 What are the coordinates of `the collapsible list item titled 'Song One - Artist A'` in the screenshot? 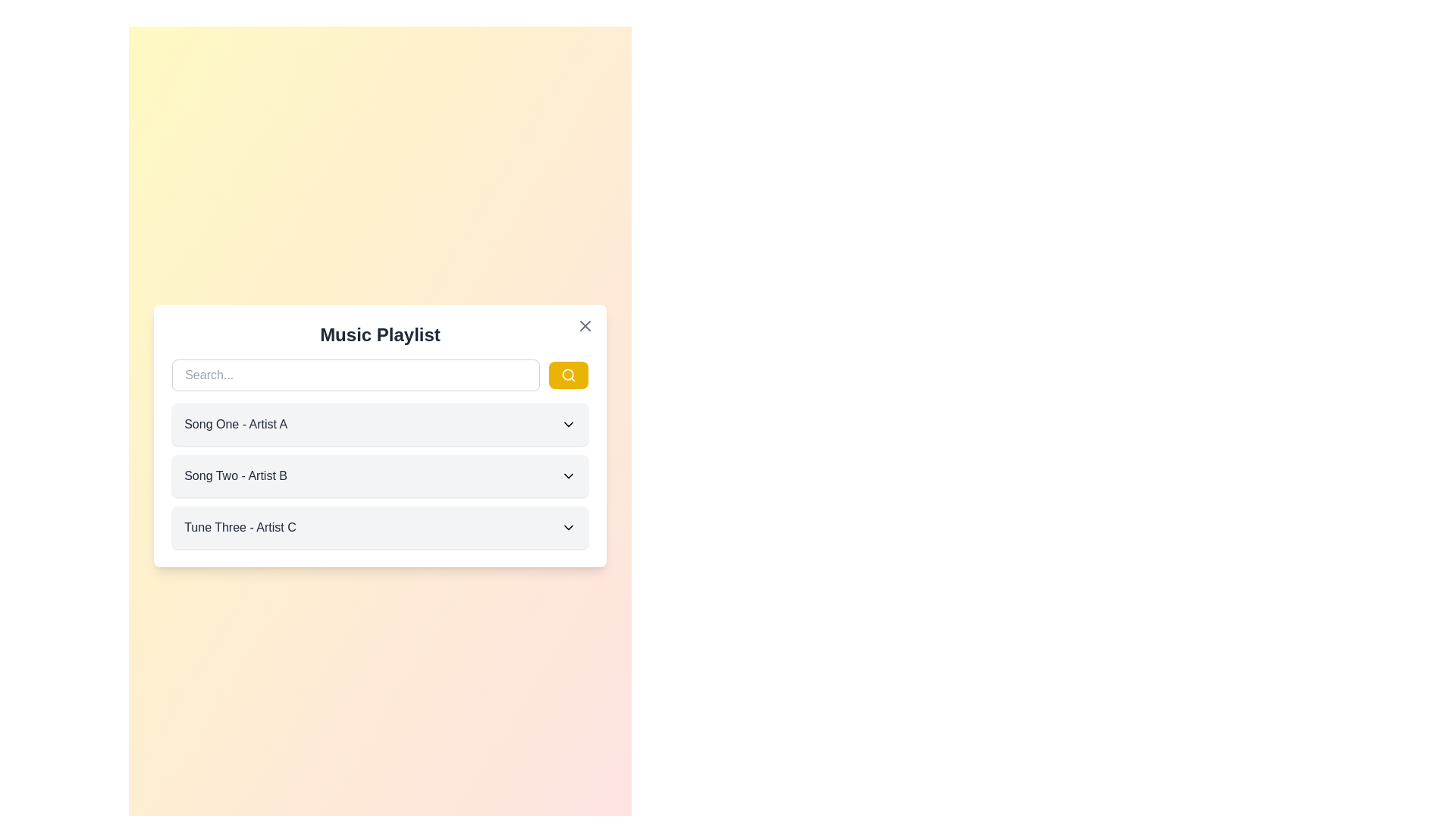 It's located at (380, 424).